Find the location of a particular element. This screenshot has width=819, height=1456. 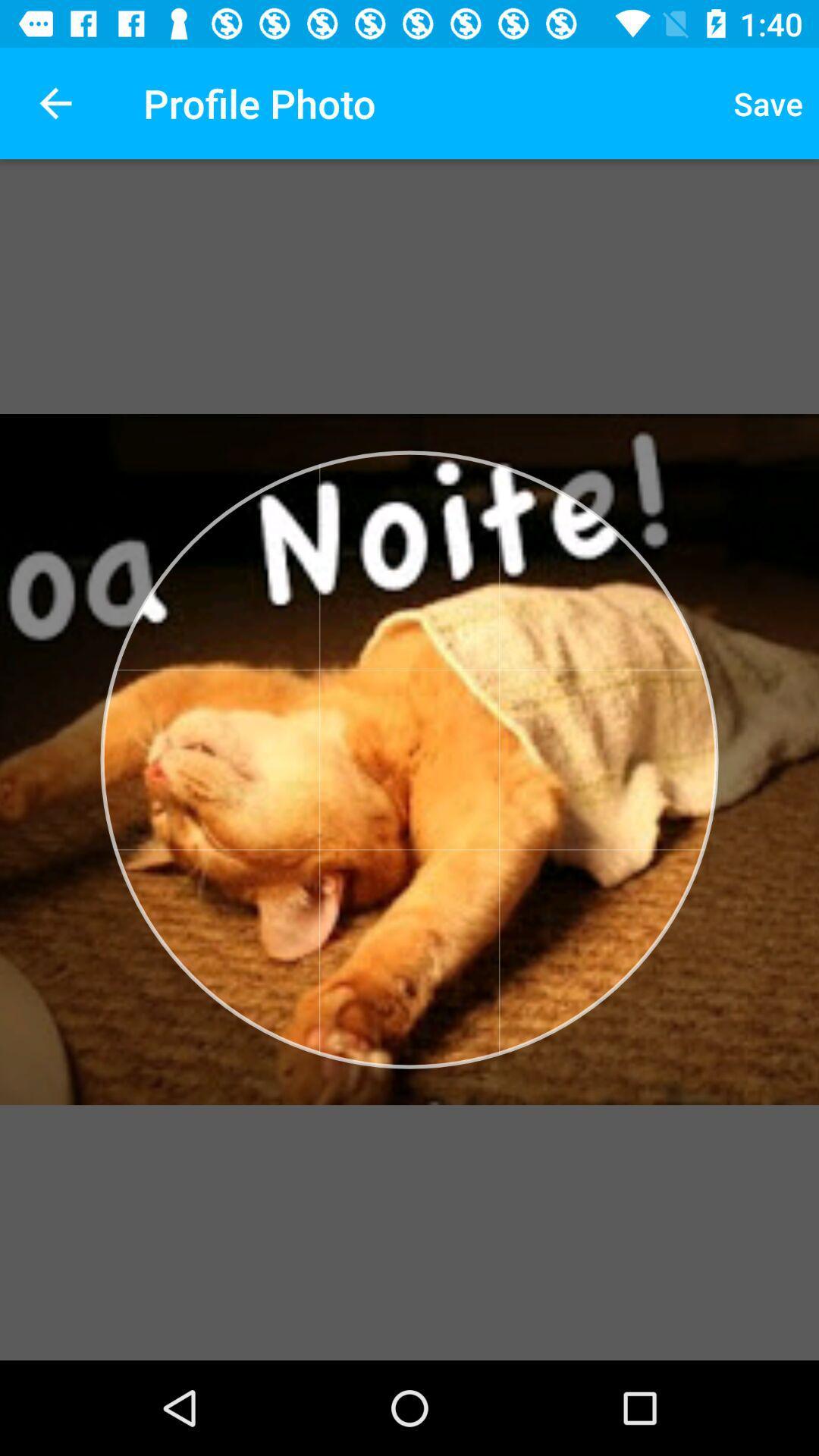

item next to profile photo icon is located at coordinates (768, 102).